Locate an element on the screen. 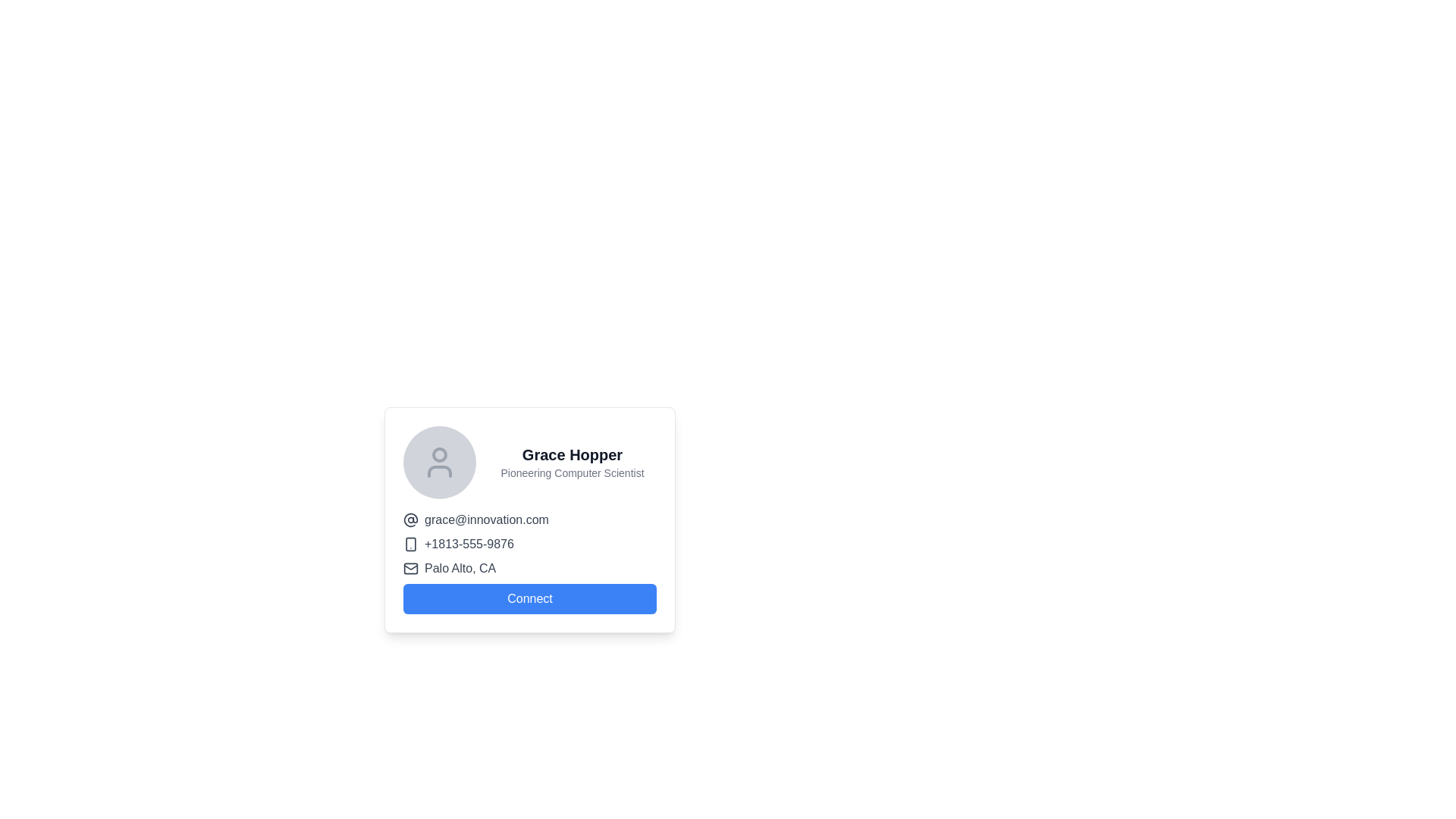  the phone icon that indicates the phone number '+1813-555-9876', which is positioned in the third row of contact information is located at coordinates (411, 543).